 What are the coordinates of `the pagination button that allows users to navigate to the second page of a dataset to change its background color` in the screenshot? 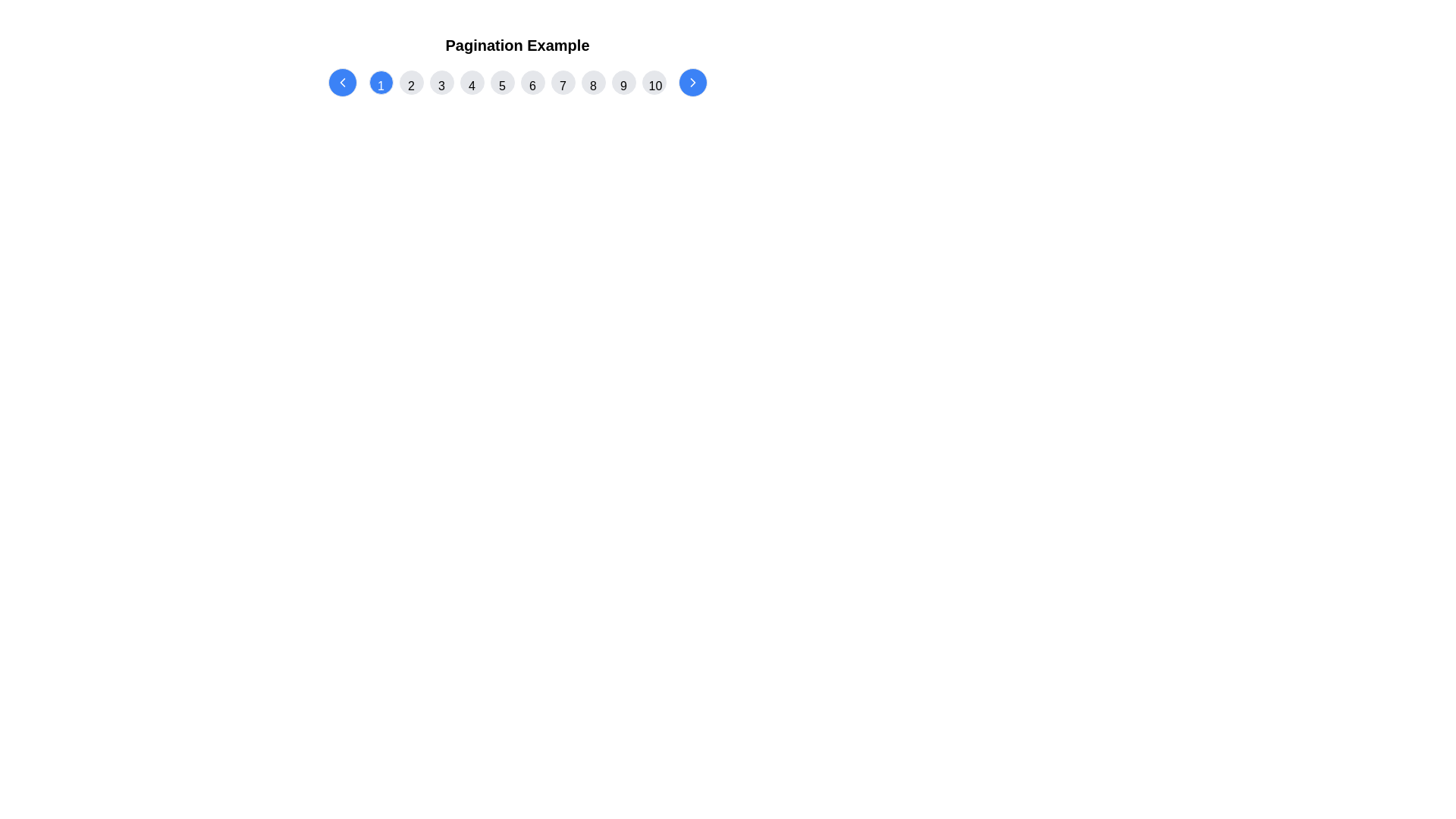 It's located at (411, 82).